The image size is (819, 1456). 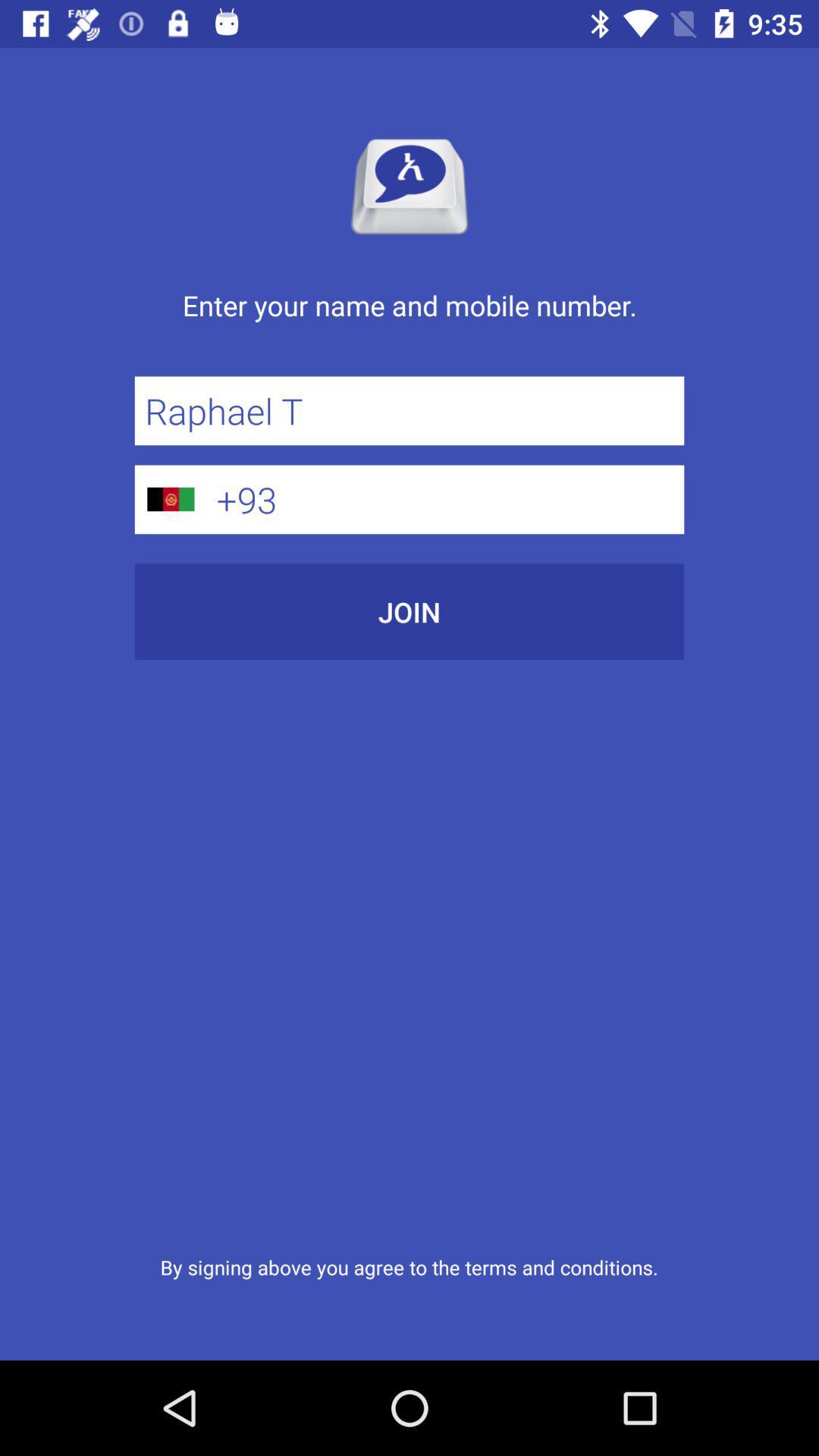 What do you see at coordinates (409, 410) in the screenshot?
I see `item above +93` at bounding box center [409, 410].